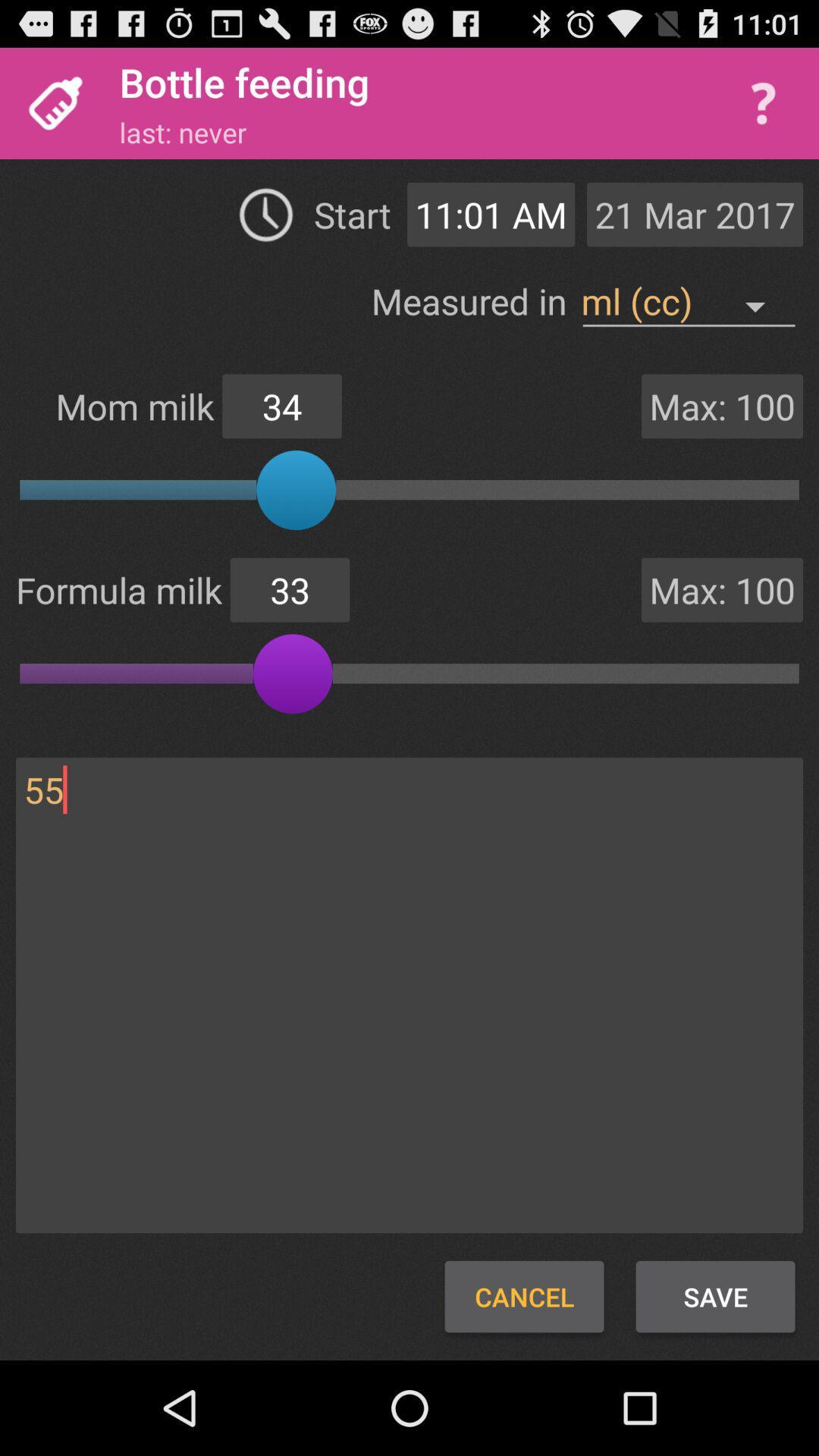  What do you see at coordinates (763, 102) in the screenshot?
I see `help menu` at bounding box center [763, 102].